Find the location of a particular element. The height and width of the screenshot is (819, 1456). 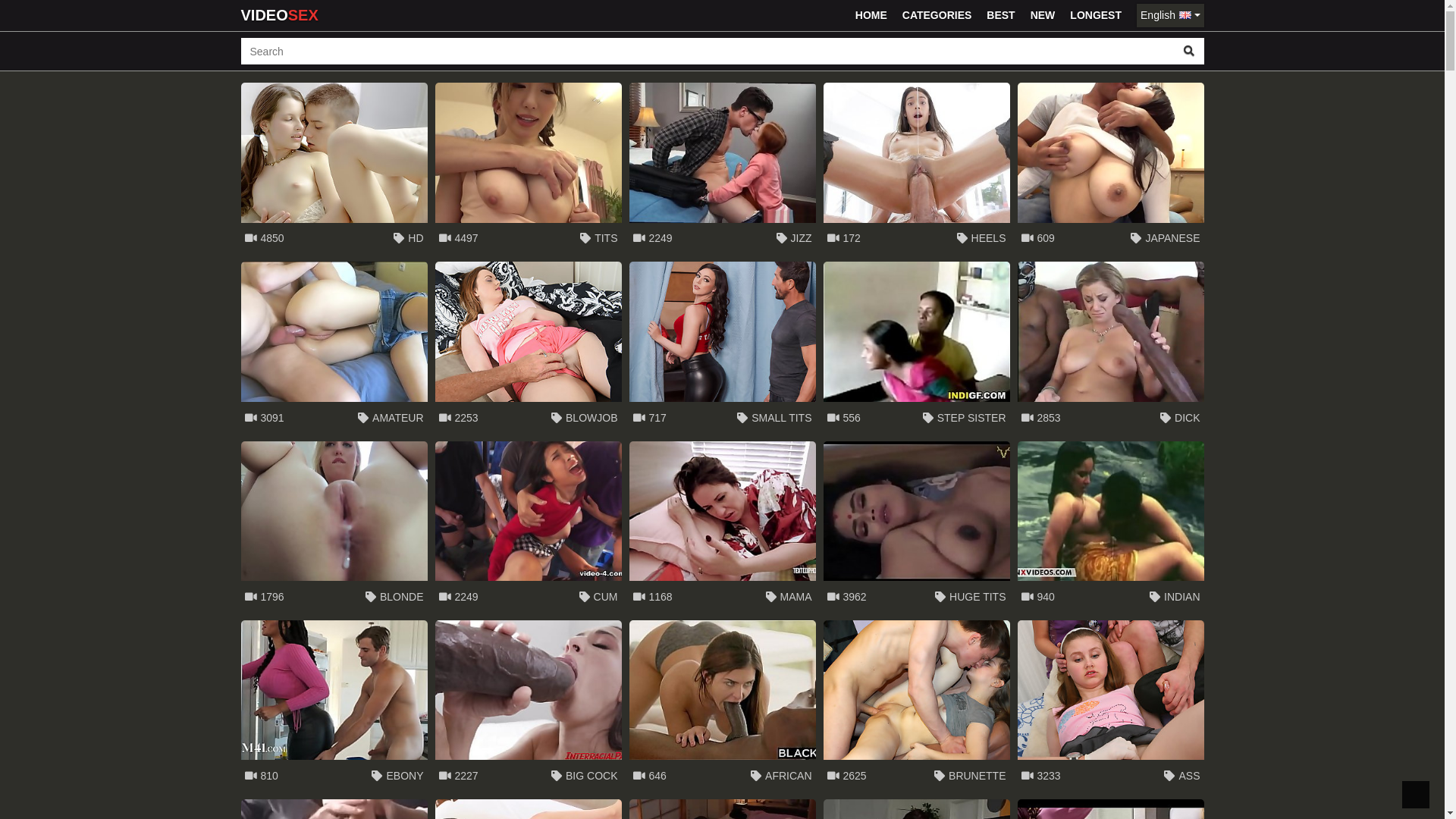

'VIDEOSEX' is located at coordinates (240, 15).